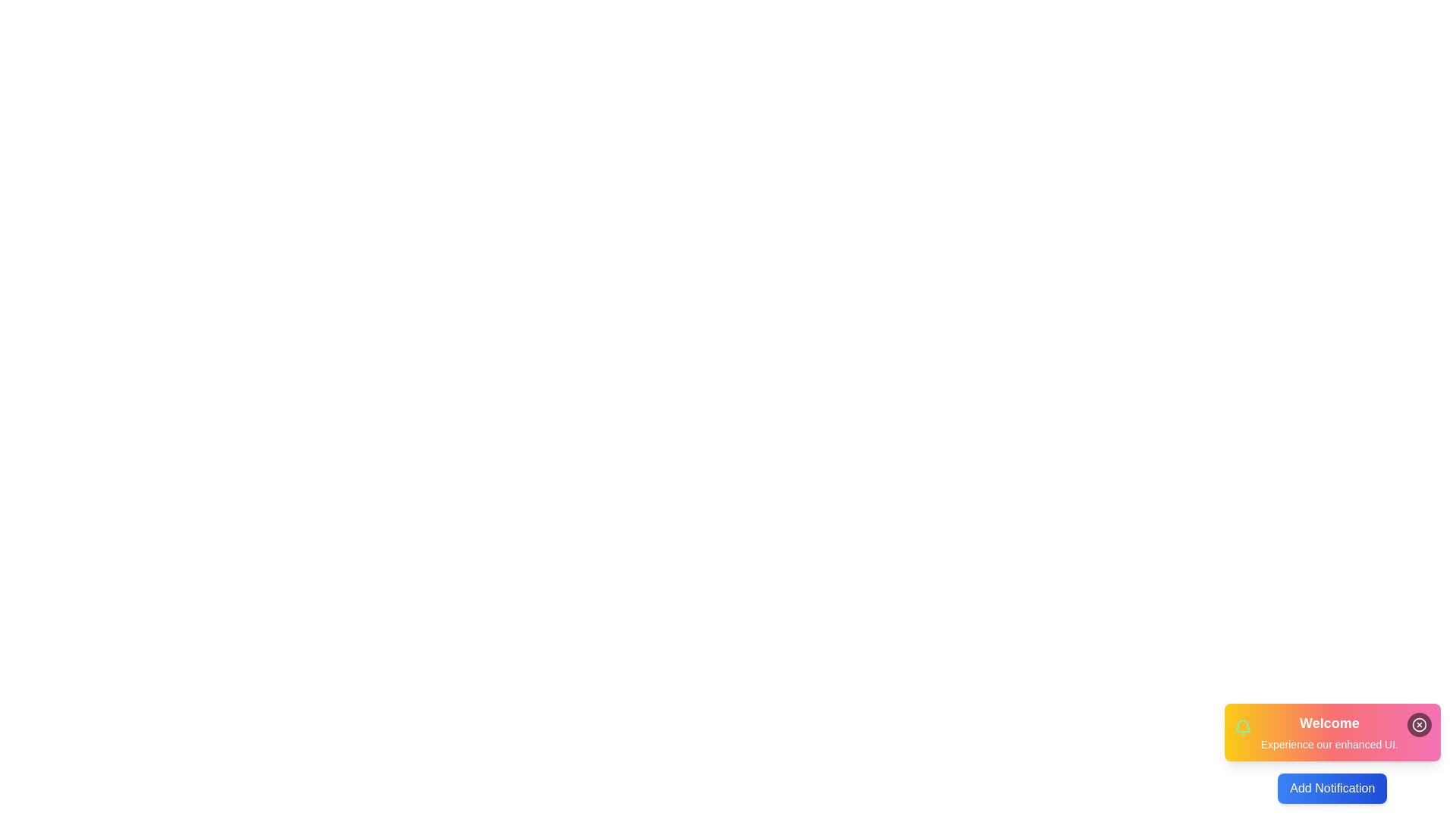 This screenshot has width=1456, height=819. Describe the element at coordinates (1332, 788) in the screenshot. I see `the button located at the bottom-right corner of the notification section` at that location.